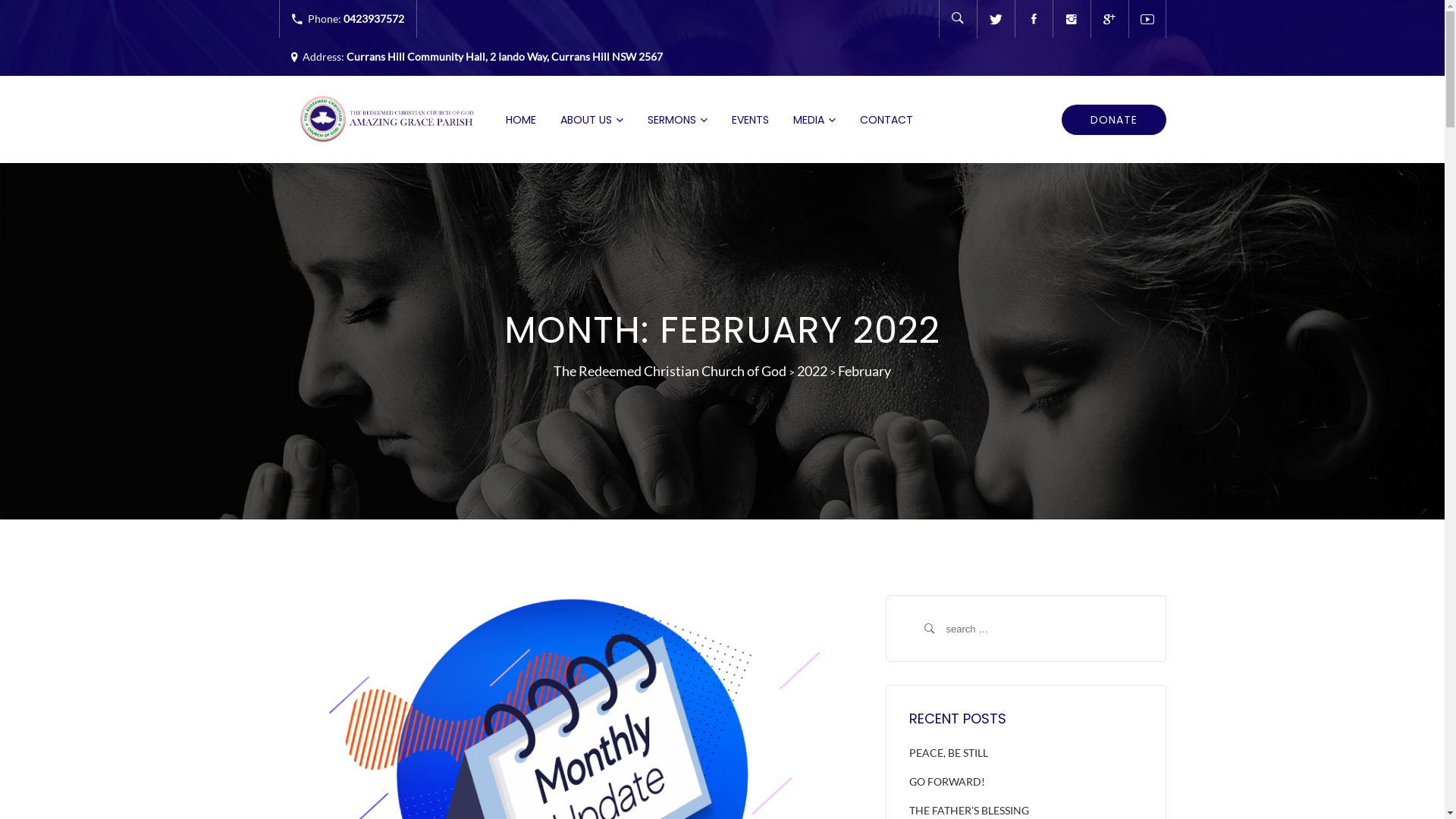 Image resolution: width=1456 pixels, height=819 pixels. I want to click on 'GO FORWARD!', so click(946, 781).